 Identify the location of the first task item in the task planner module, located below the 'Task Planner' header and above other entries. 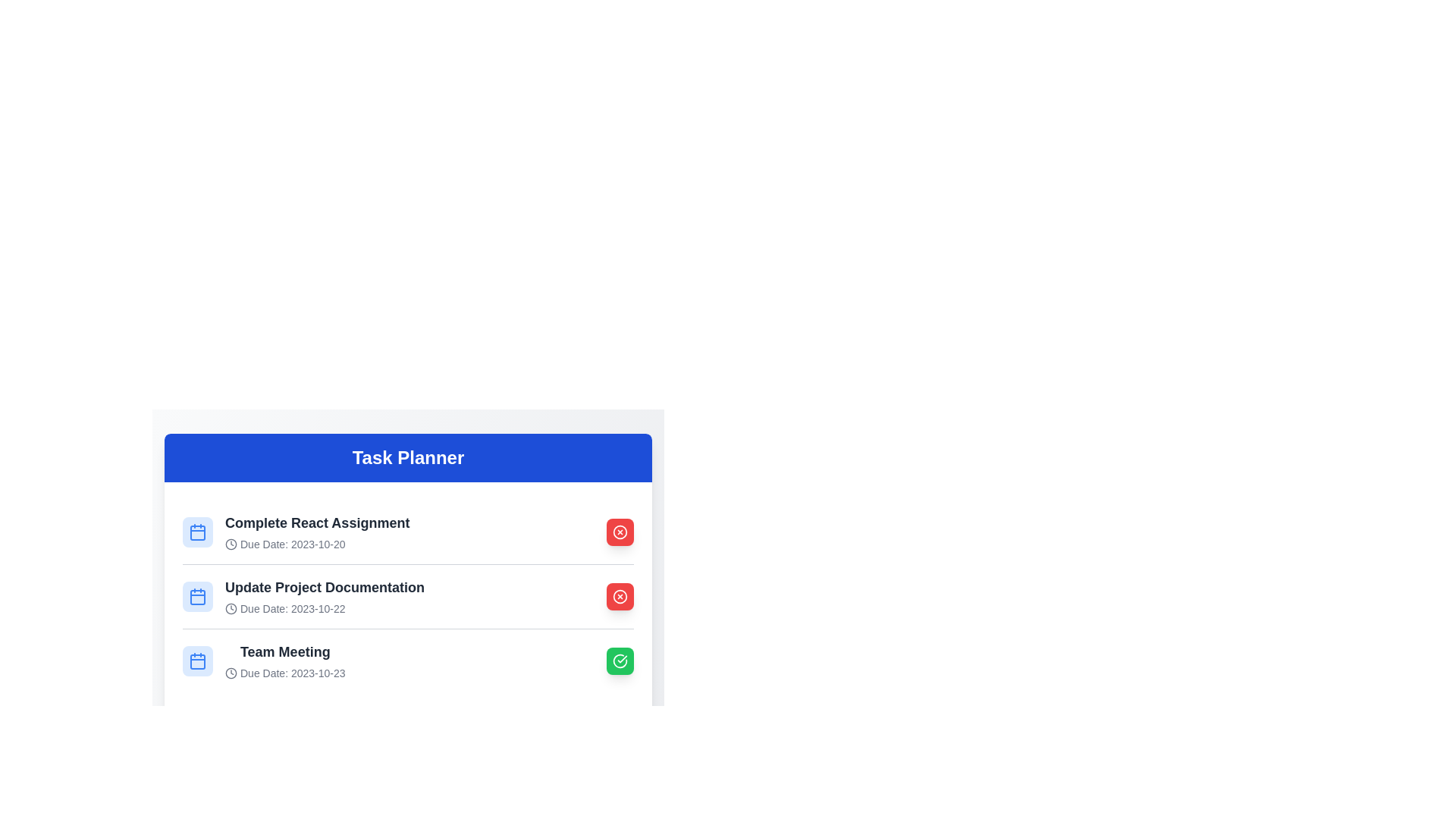
(296, 532).